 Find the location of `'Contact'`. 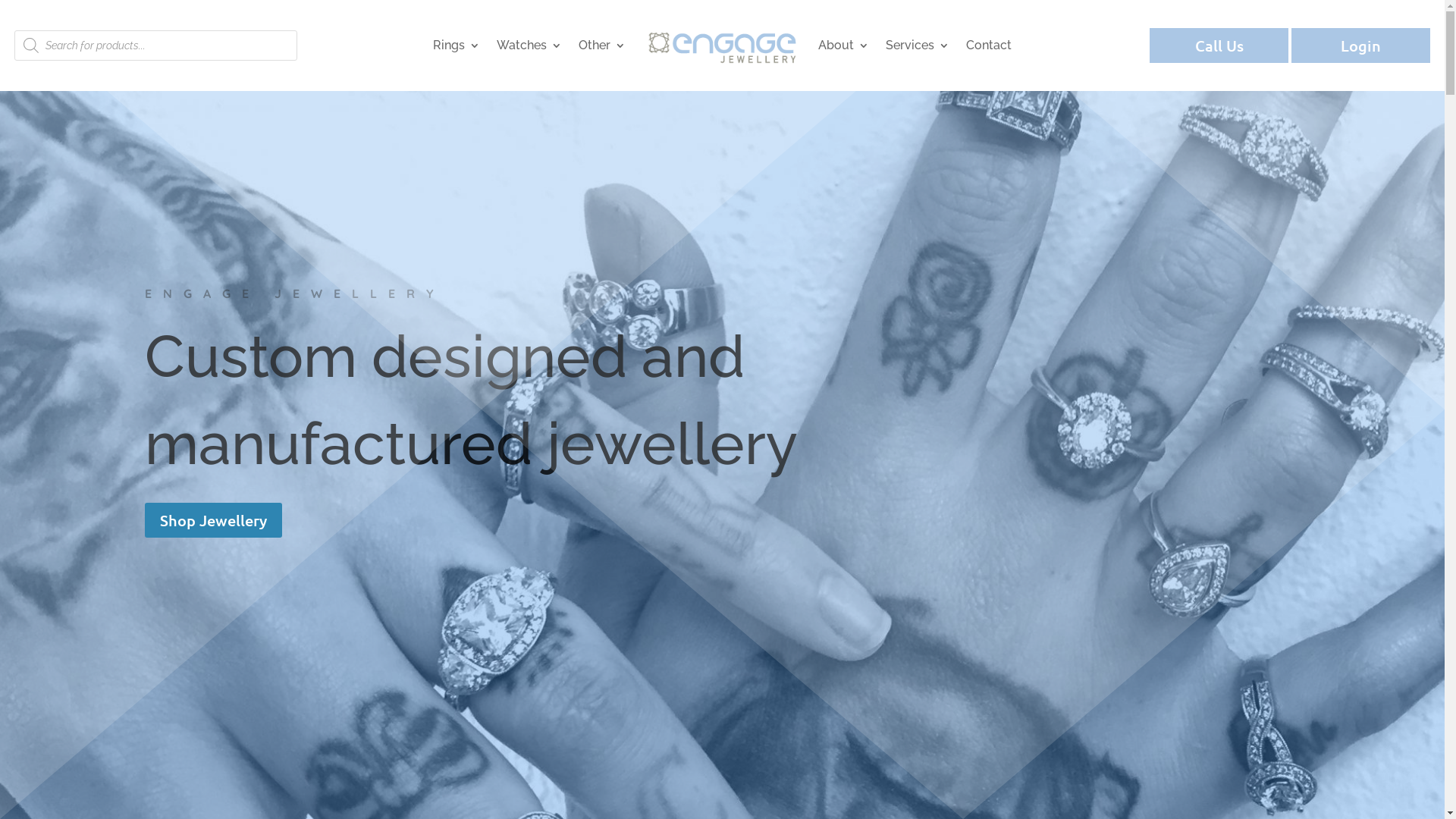

'Contact' is located at coordinates (989, 45).